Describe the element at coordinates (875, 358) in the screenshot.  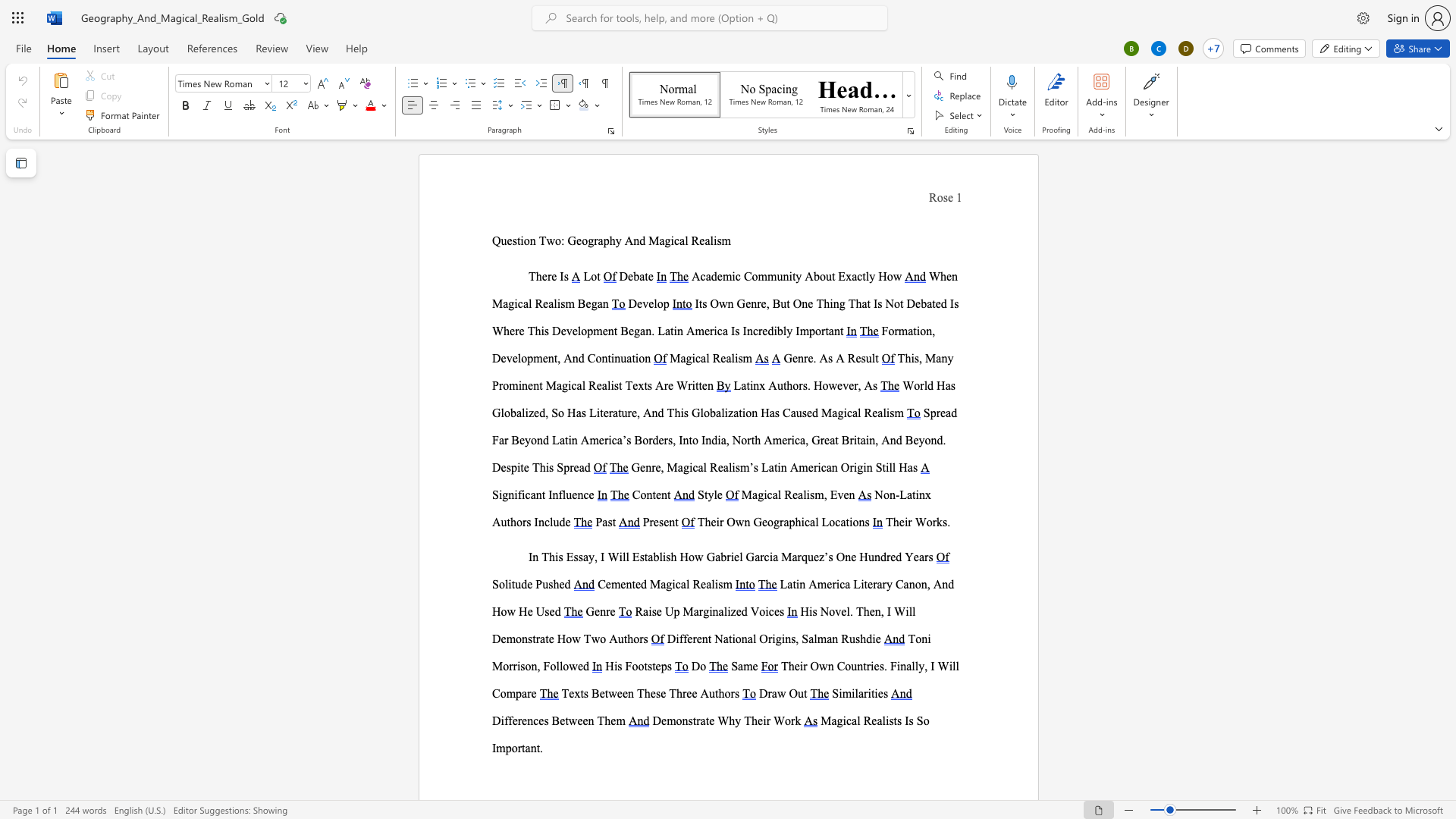
I see `the space between the continuous character "l" and "t" in the text` at that location.